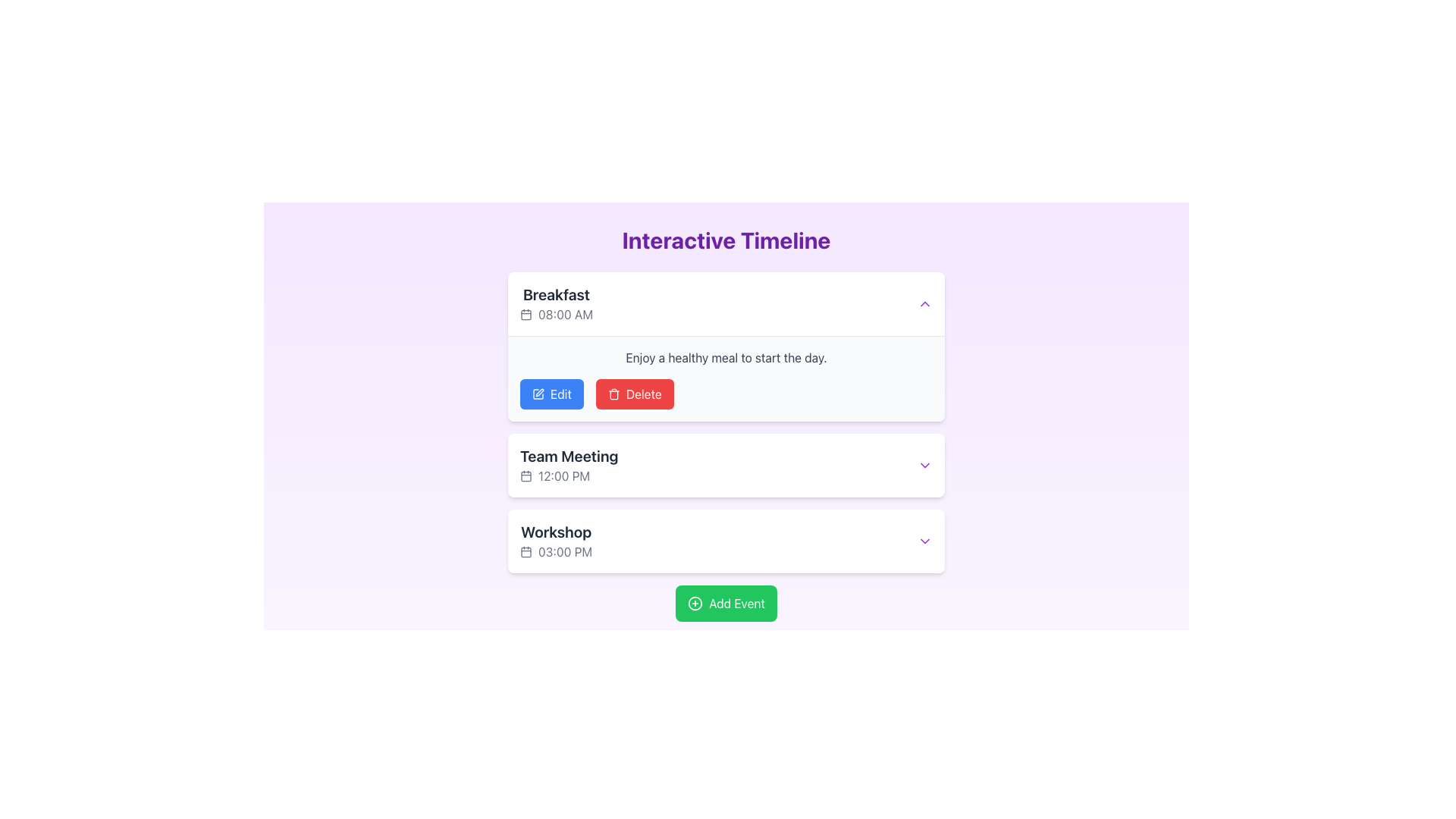 The image size is (1456, 819). What do you see at coordinates (694, 602) in the screenshot?
I see `the outermost circular outline of the '+' icon located at the center of the green rectangular 'Add Event' button` at bounding box center [694, 602].